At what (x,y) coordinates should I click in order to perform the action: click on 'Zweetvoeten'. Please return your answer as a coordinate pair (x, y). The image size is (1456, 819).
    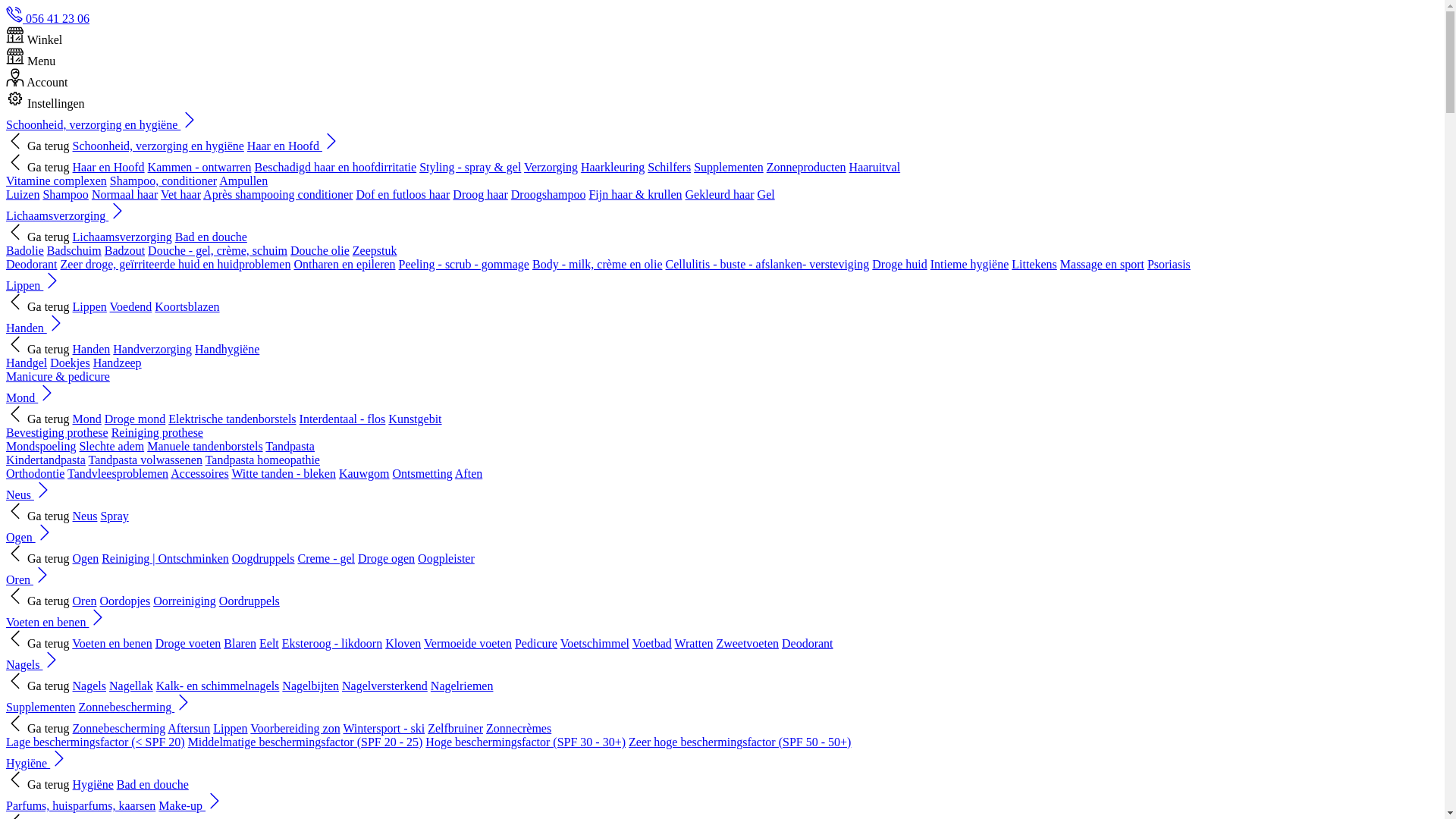
    Looking at the image, I should click on (747, 643).